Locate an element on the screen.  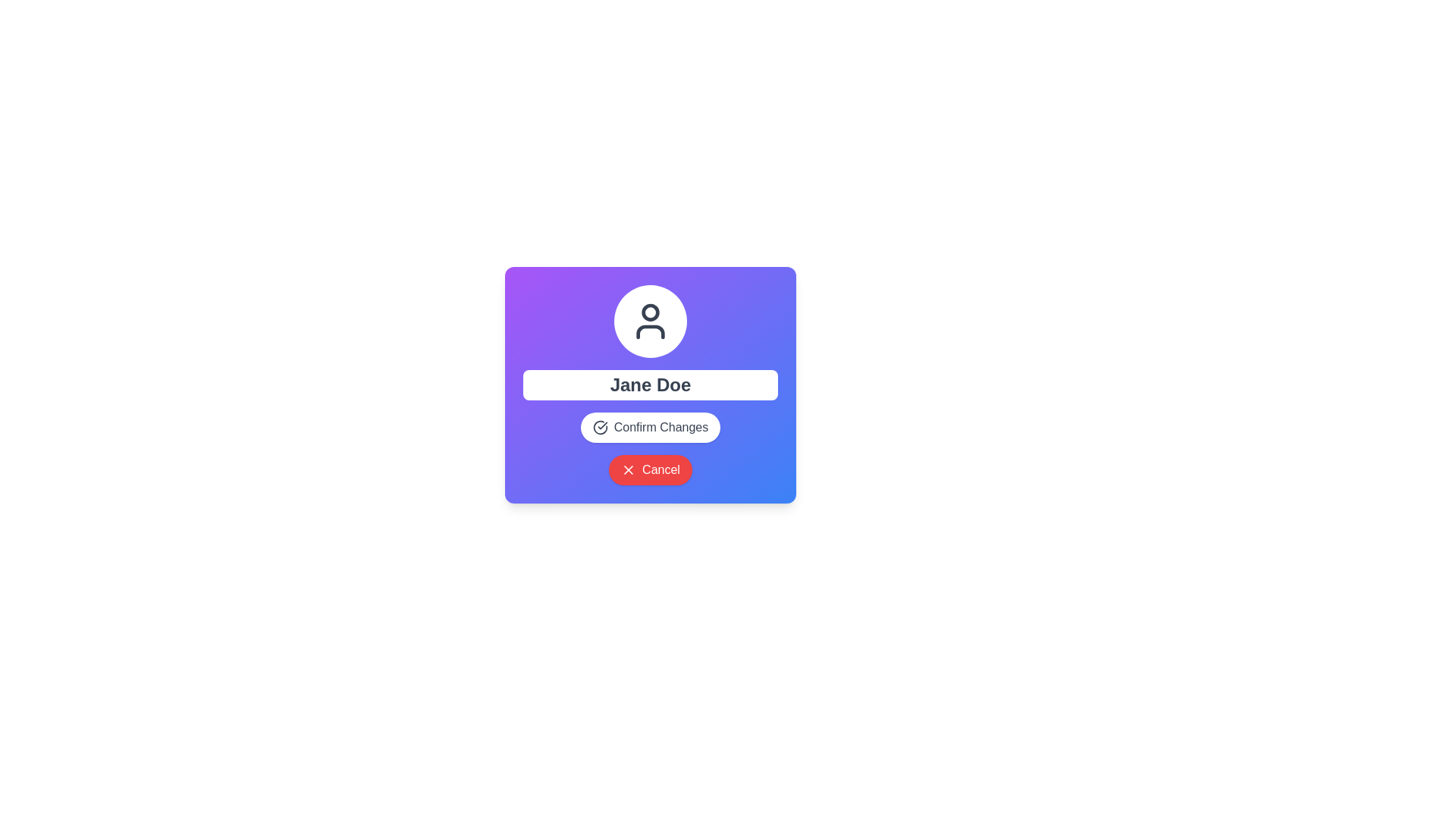
the circular white button-like Profile representation component featuring a gray user icon in the center is located at coordinates (651, 321).